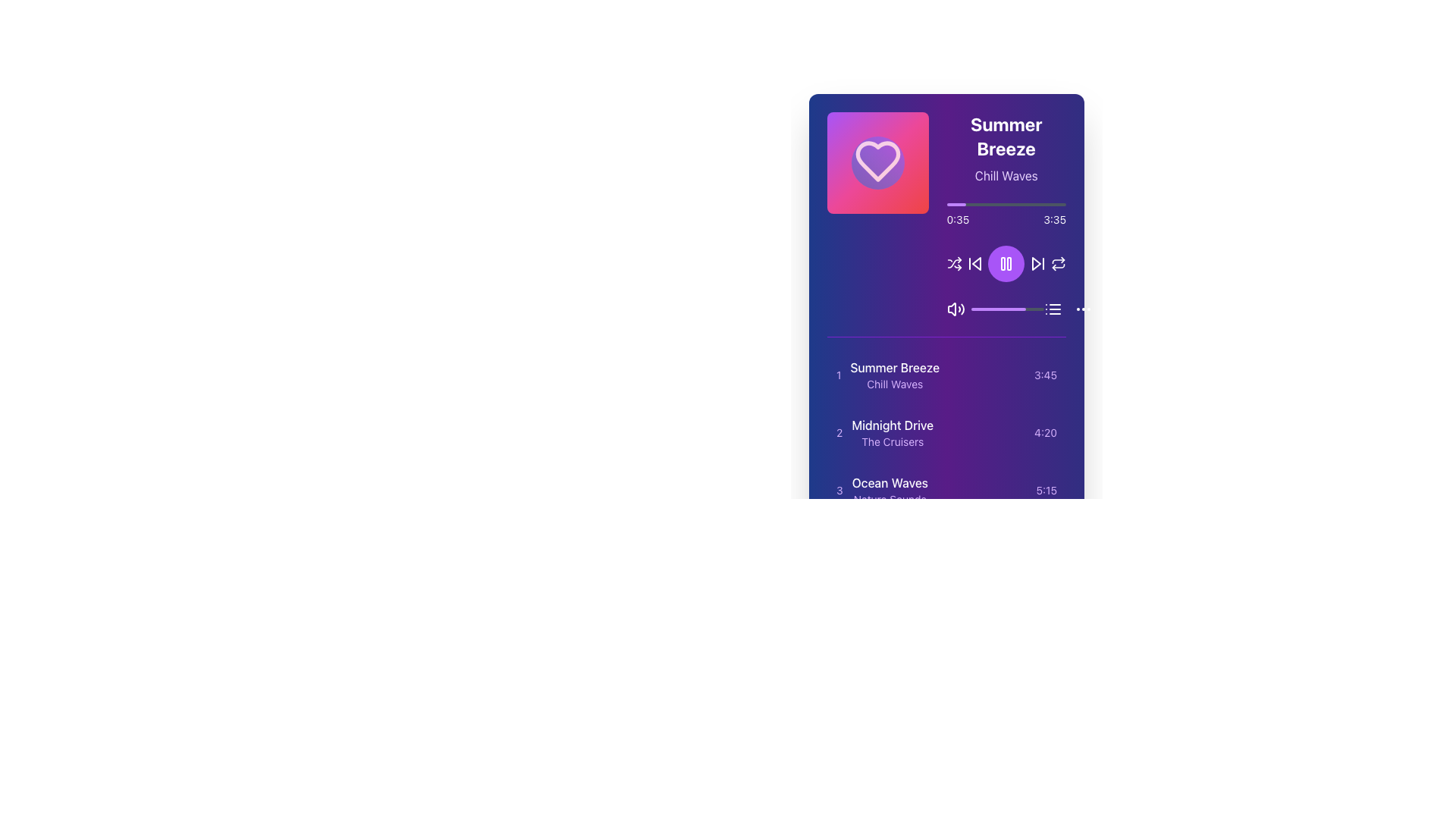  Describe the element at coordinates (1067, 309) in the screenshot. I see `the Menu or List Icon, which appears as a vertical stack of three horizontal lines followed by three evenly spaced circular dots` at that location.